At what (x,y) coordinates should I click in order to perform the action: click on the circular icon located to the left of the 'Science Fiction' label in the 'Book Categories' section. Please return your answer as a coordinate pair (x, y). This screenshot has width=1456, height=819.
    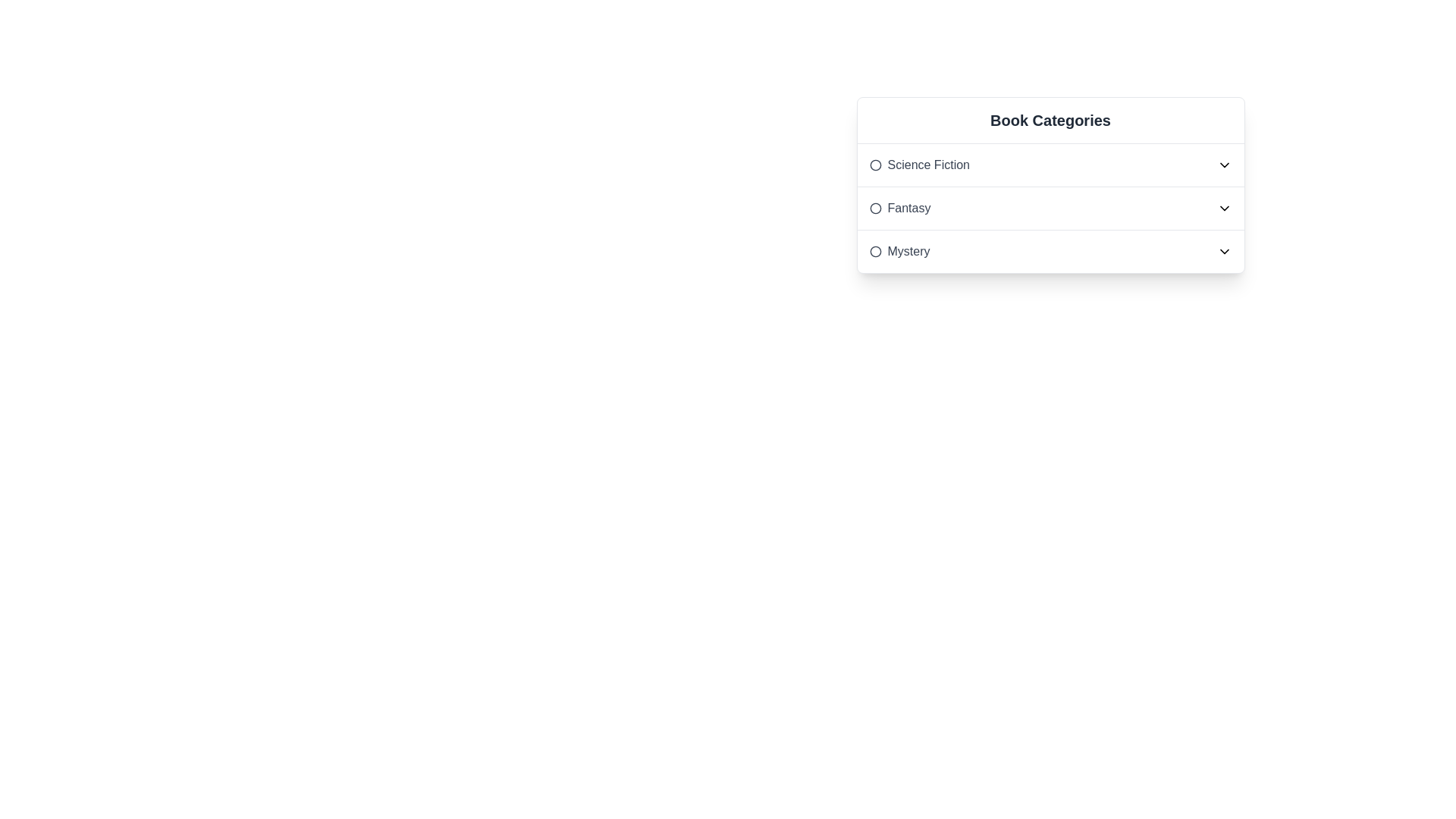
    Looking at the image, I should click on (875, 165).